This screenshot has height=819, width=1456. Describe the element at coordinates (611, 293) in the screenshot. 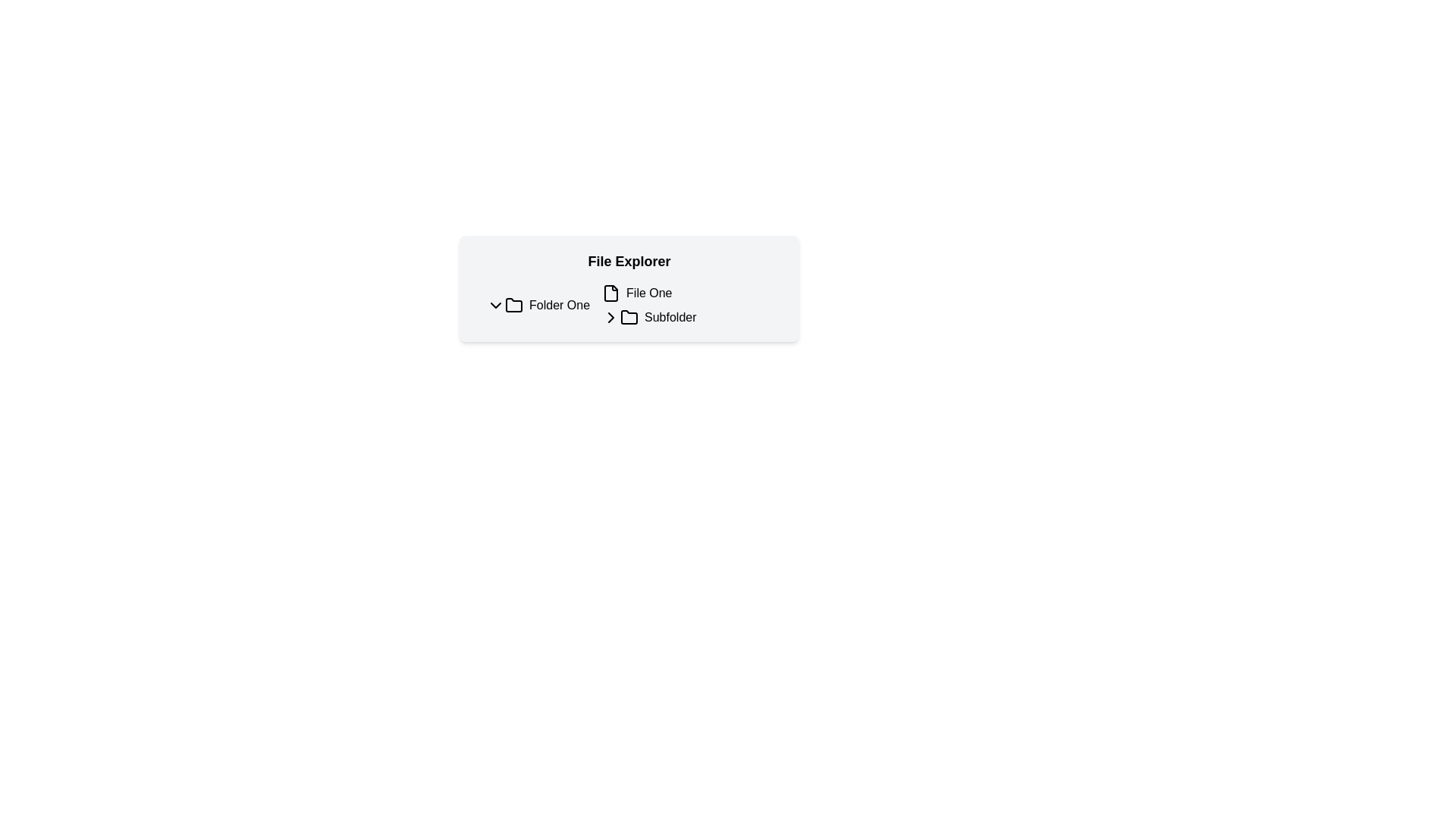

I see `the file icon that represents 'File One', which is positioned immediately before the text label in a horizontal row` at that location.